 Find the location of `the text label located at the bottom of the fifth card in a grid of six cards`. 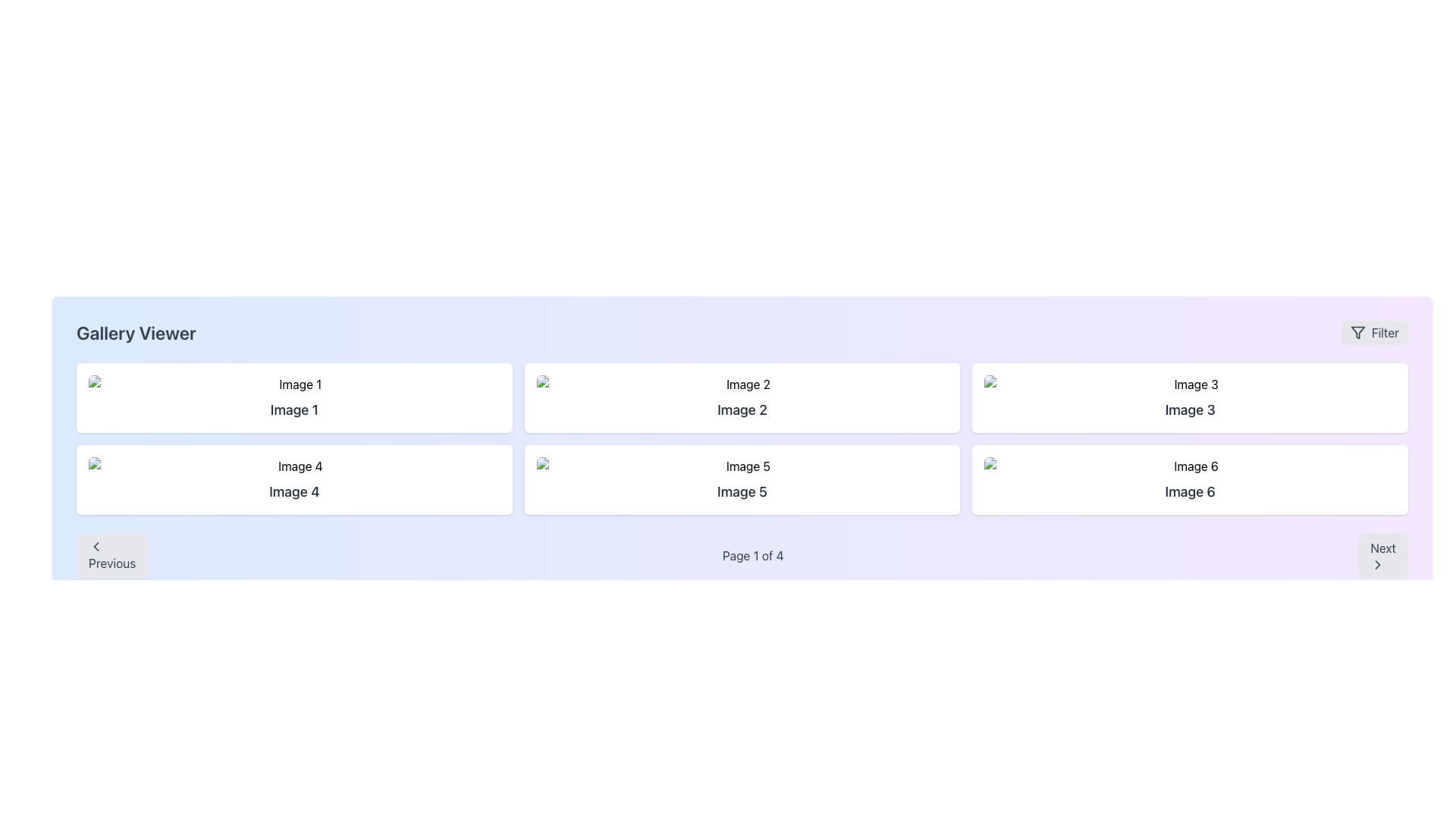

the text label located at the bottom of the fifth card in a grid of six cards is located at coordinates (742, 491).